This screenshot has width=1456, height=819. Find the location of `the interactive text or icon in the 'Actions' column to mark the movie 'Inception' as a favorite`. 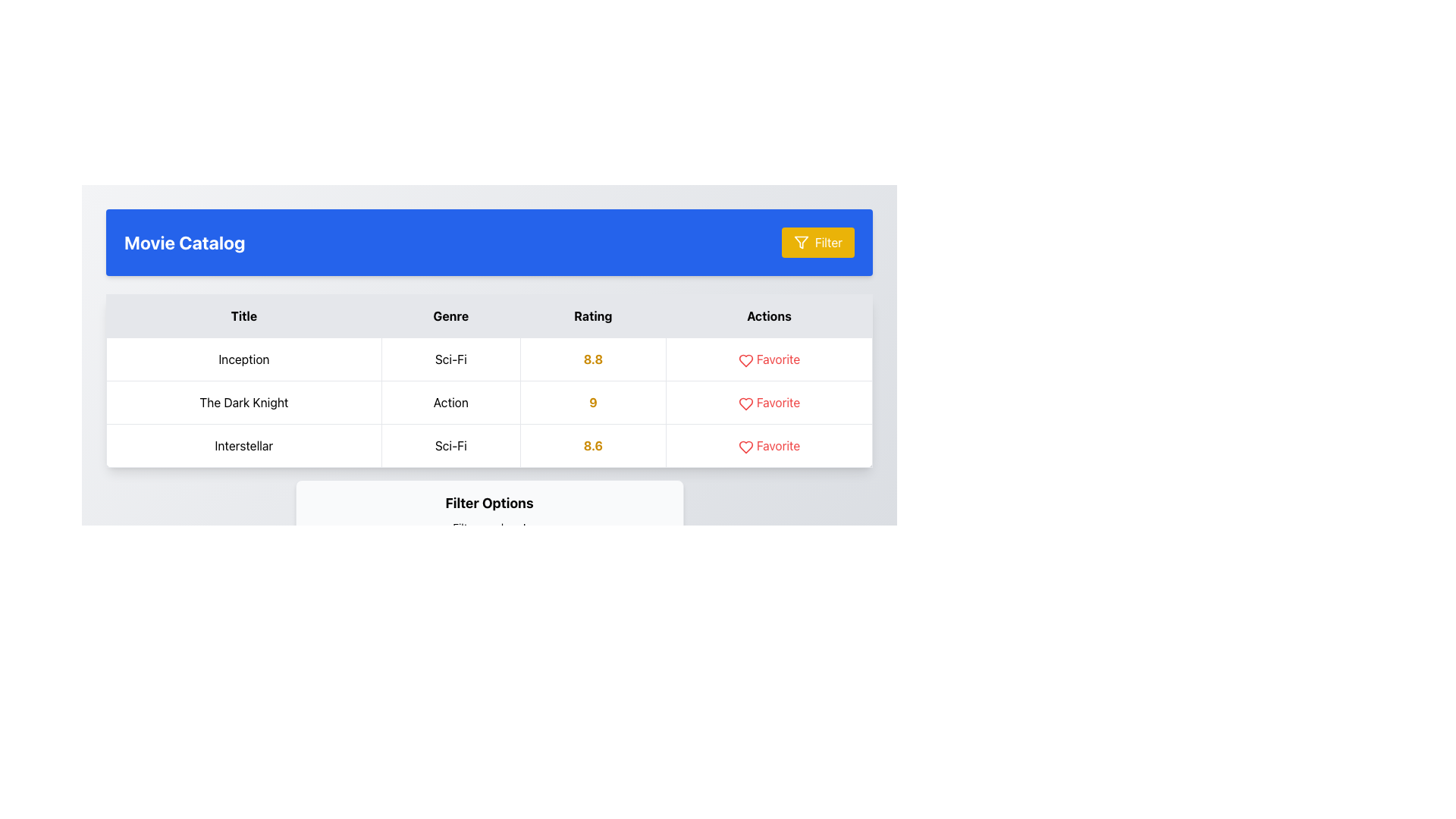

the interactive text or icon in the 'Actions' column to mark the movie 'Inception' as a favorite is located at coordinates (768, 359).